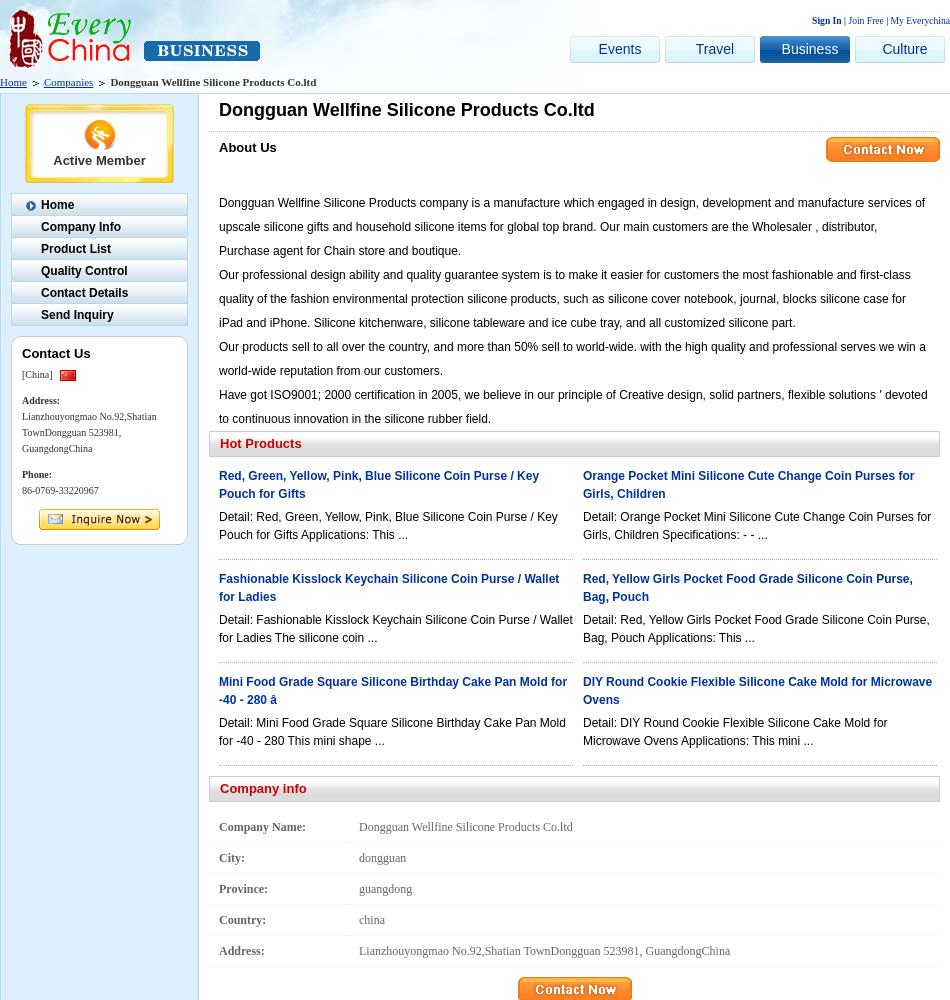  I want to click on 'Company info', so click(261, 788).